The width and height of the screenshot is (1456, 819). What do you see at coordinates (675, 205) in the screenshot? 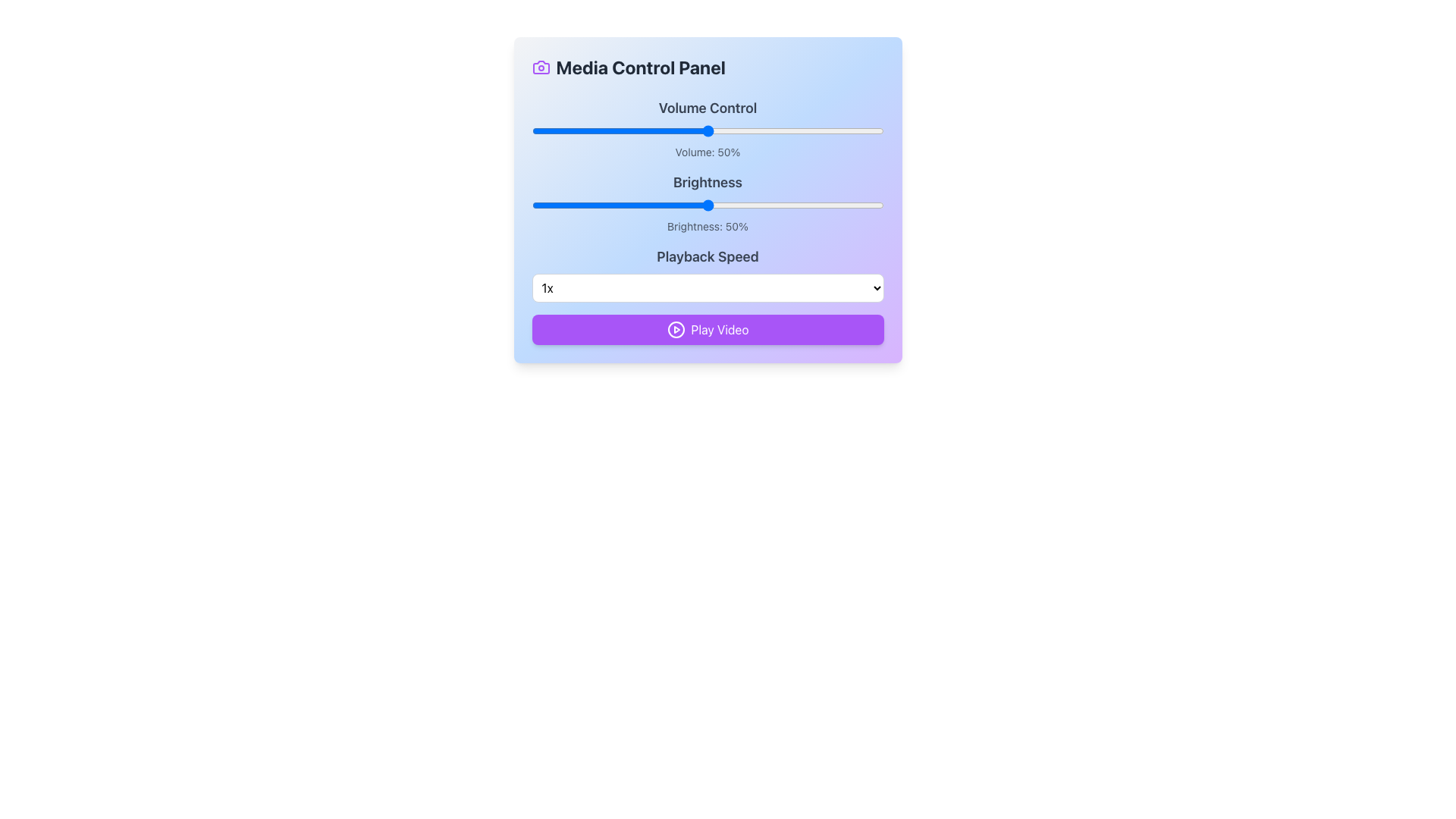
I see `the brightness level` at bounding box center [675, 205].